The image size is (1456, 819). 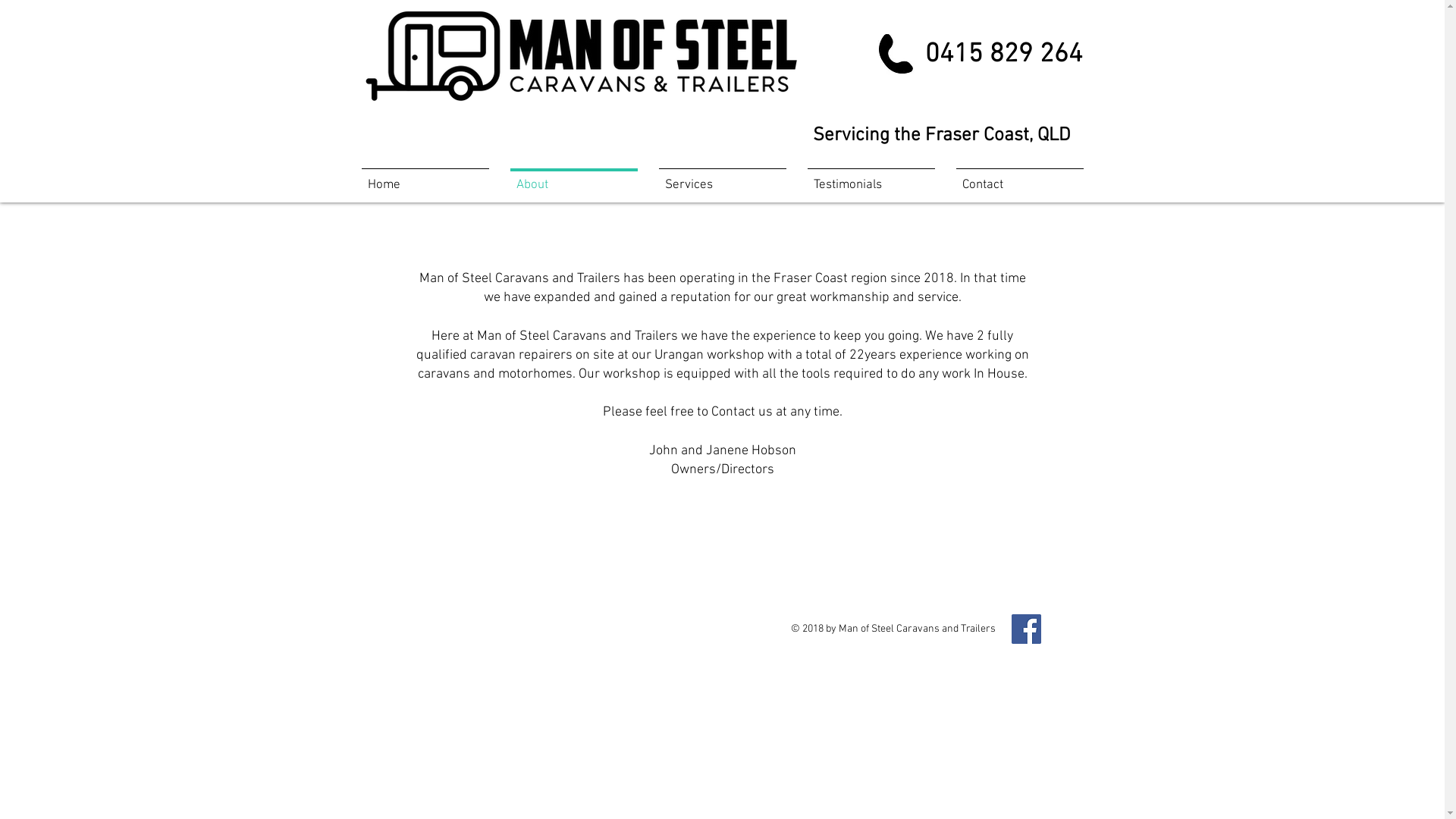 I want to click on 'About', so click(x=572, y=177).